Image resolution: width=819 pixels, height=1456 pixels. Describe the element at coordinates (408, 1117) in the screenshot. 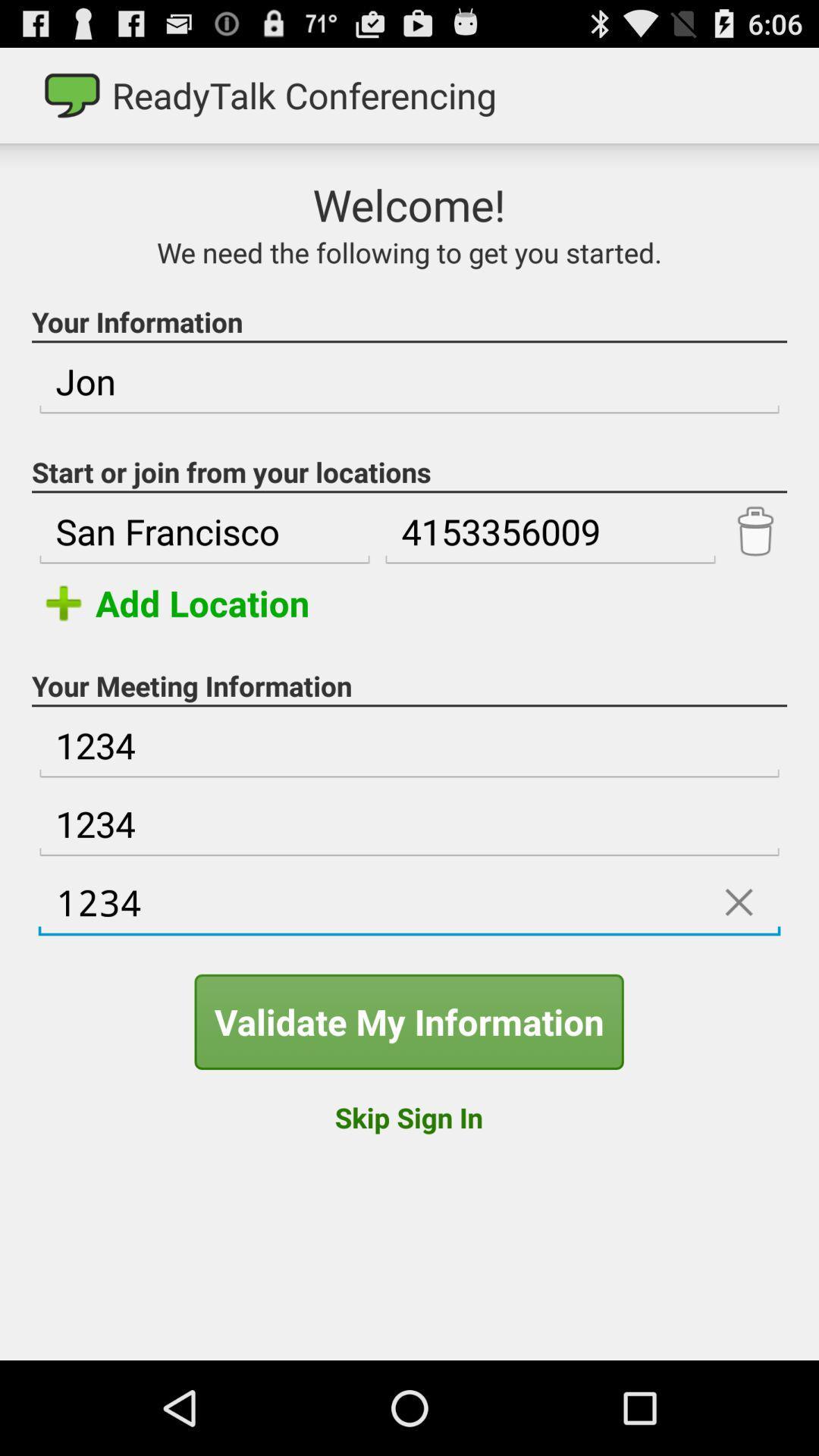

I see `the skip sign in button` at that location.